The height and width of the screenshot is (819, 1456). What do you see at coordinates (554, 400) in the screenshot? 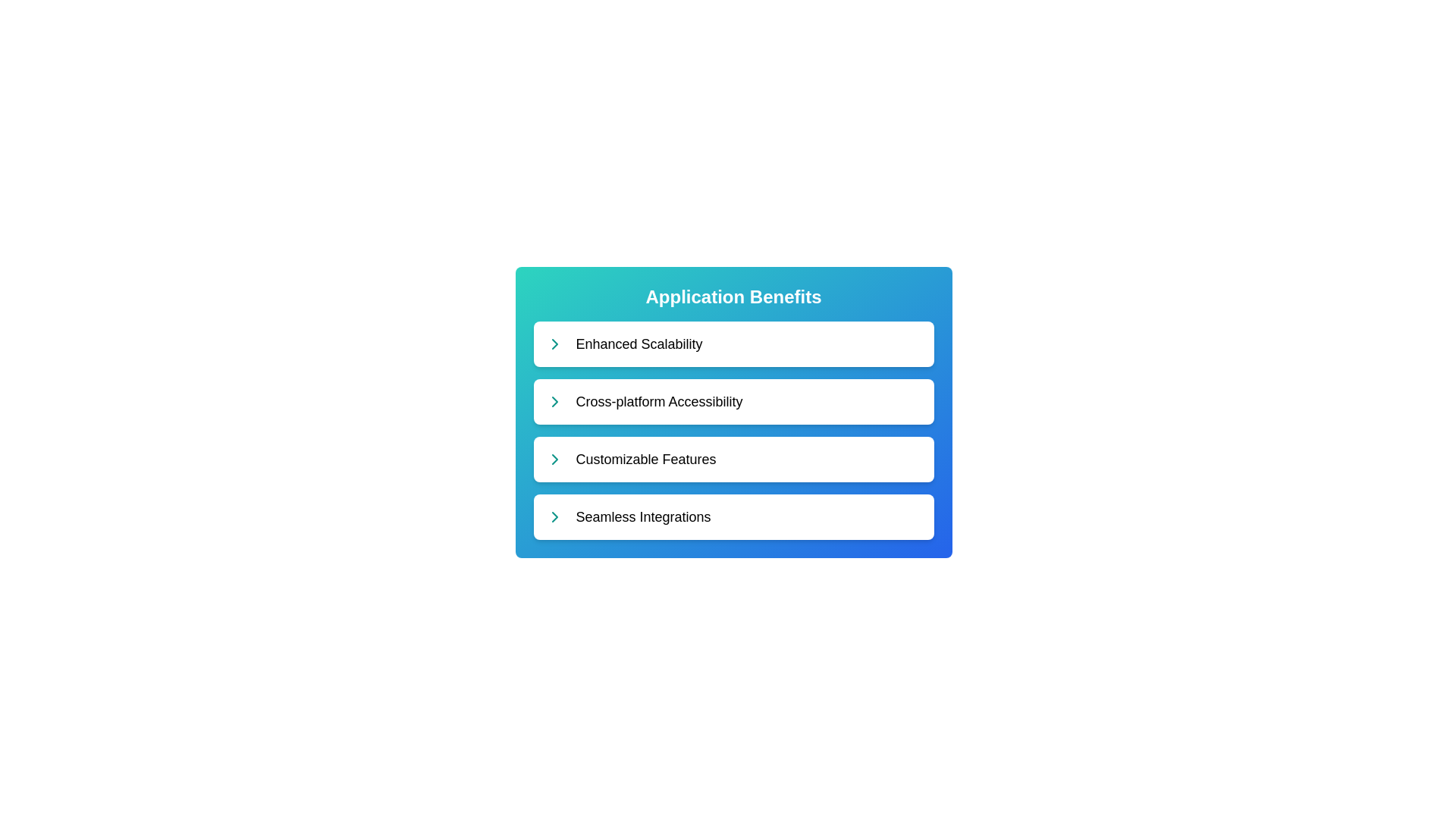
I see `the teal arrow icon pointing right, located to the left of the 'Cross-platform Accessibility' text within the second item of the vertical list of benefits` at bounding box center [554, 400].